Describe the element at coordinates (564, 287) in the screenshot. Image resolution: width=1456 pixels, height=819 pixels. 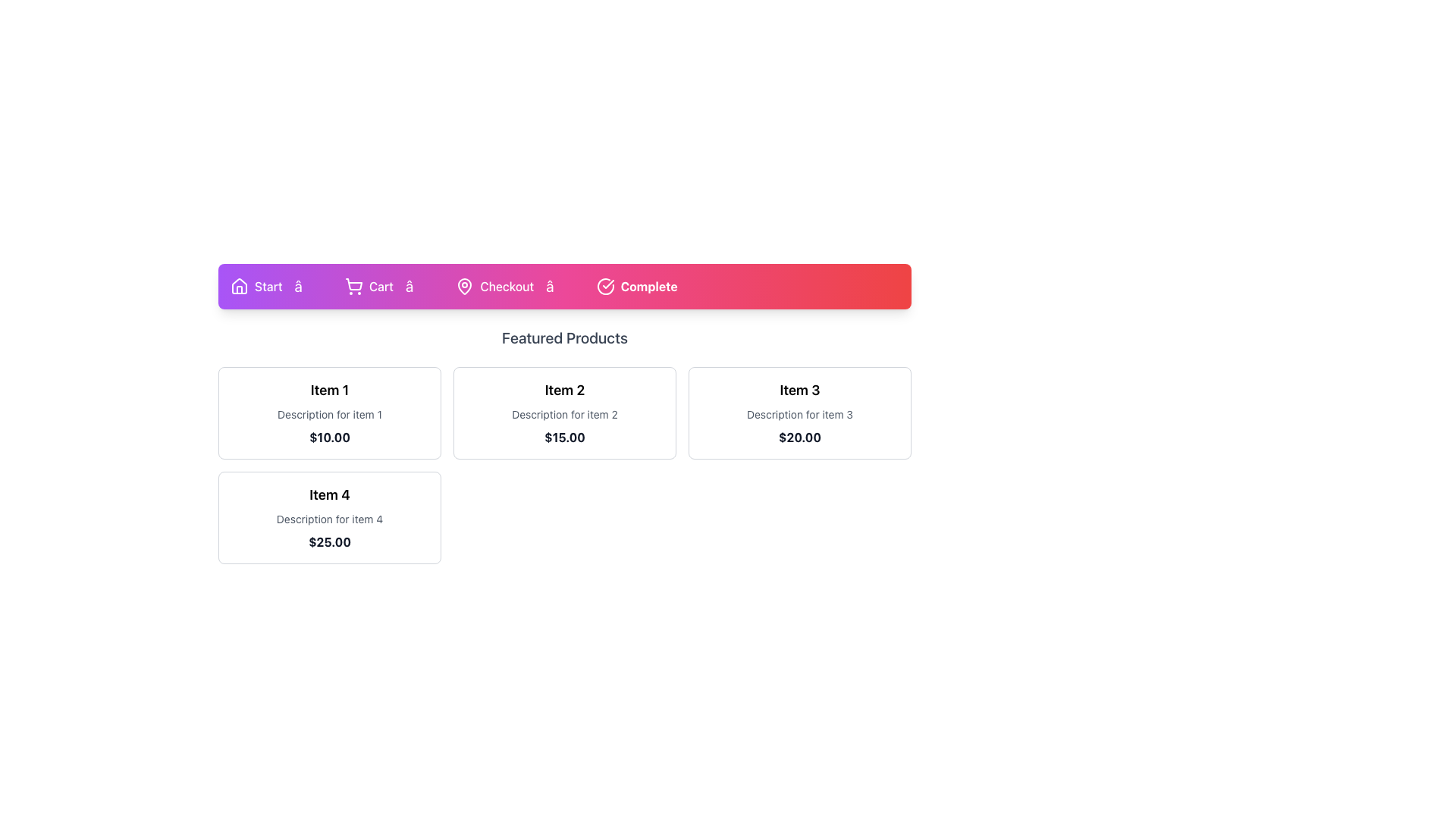
I see `the arrow symbol (â†’) in the navigation bar, which is styled in a larger font and positioned between 'Checkout' and 'Complete'` at that location.